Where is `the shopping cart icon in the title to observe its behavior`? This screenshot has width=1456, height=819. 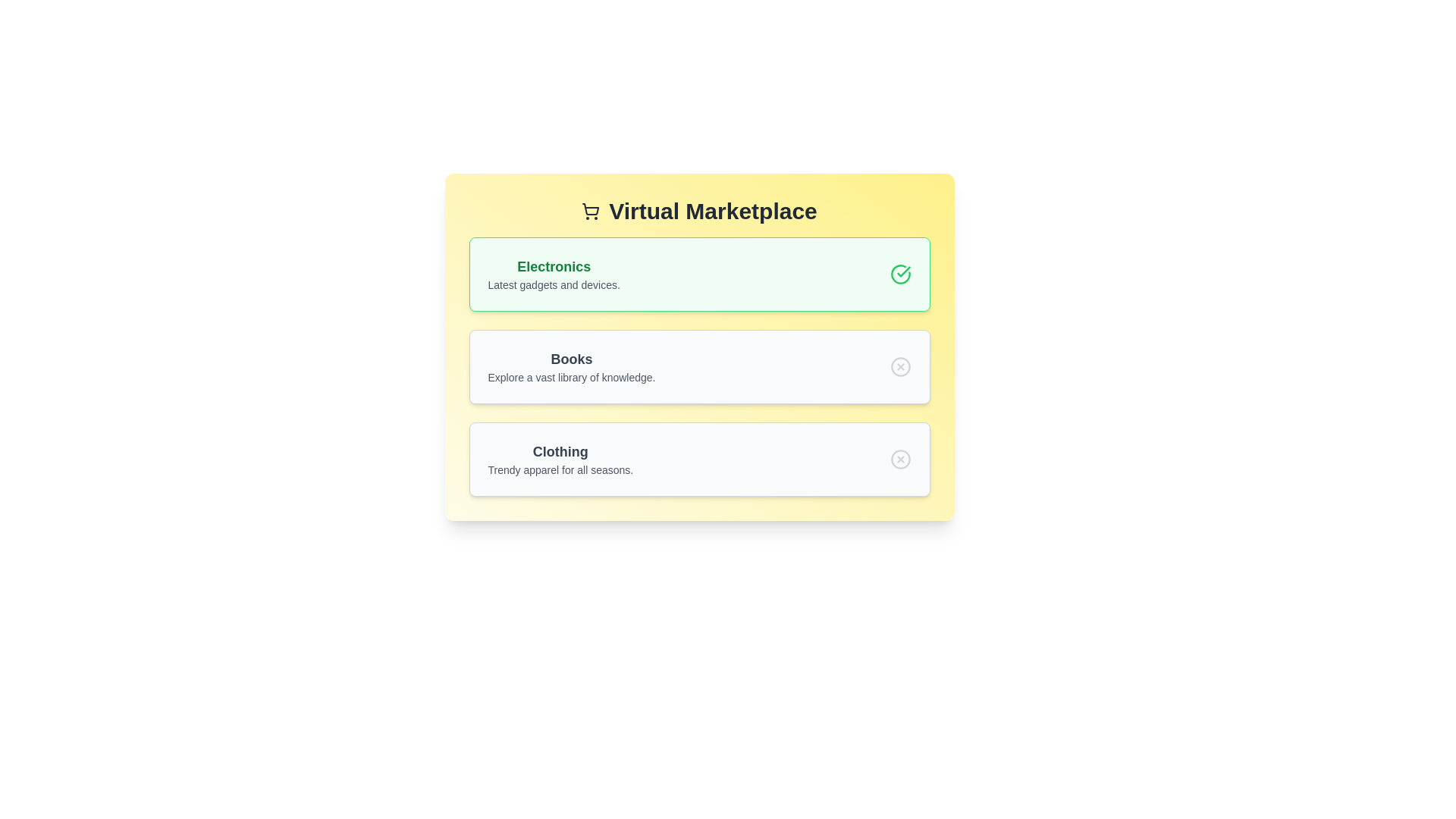 the shopping cart icon in the title to observe its behavior is located at coordinates (590, 211).